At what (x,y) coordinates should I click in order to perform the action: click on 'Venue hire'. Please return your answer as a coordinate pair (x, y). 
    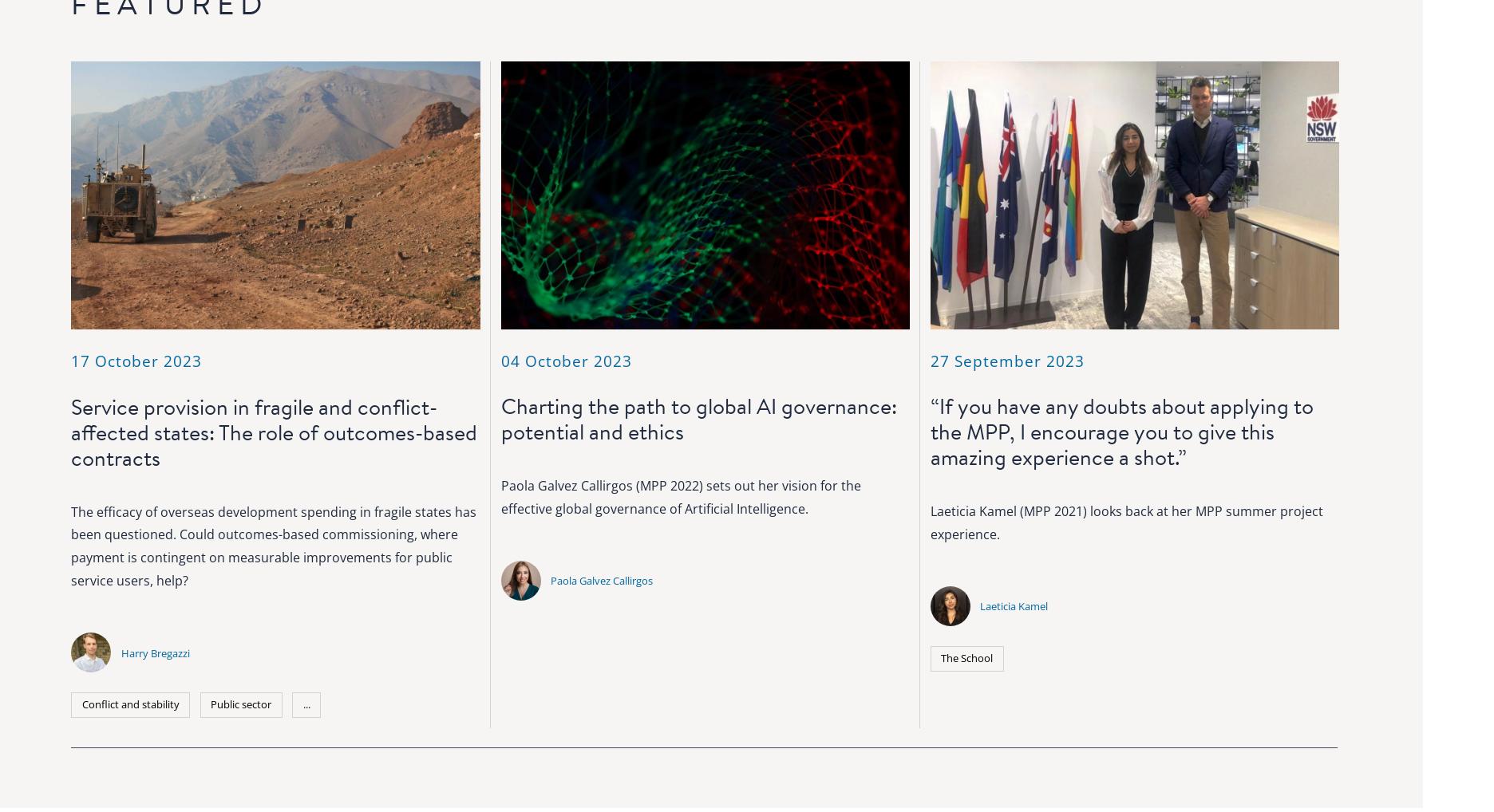
    Looking at the image, I should click on (903, 605).